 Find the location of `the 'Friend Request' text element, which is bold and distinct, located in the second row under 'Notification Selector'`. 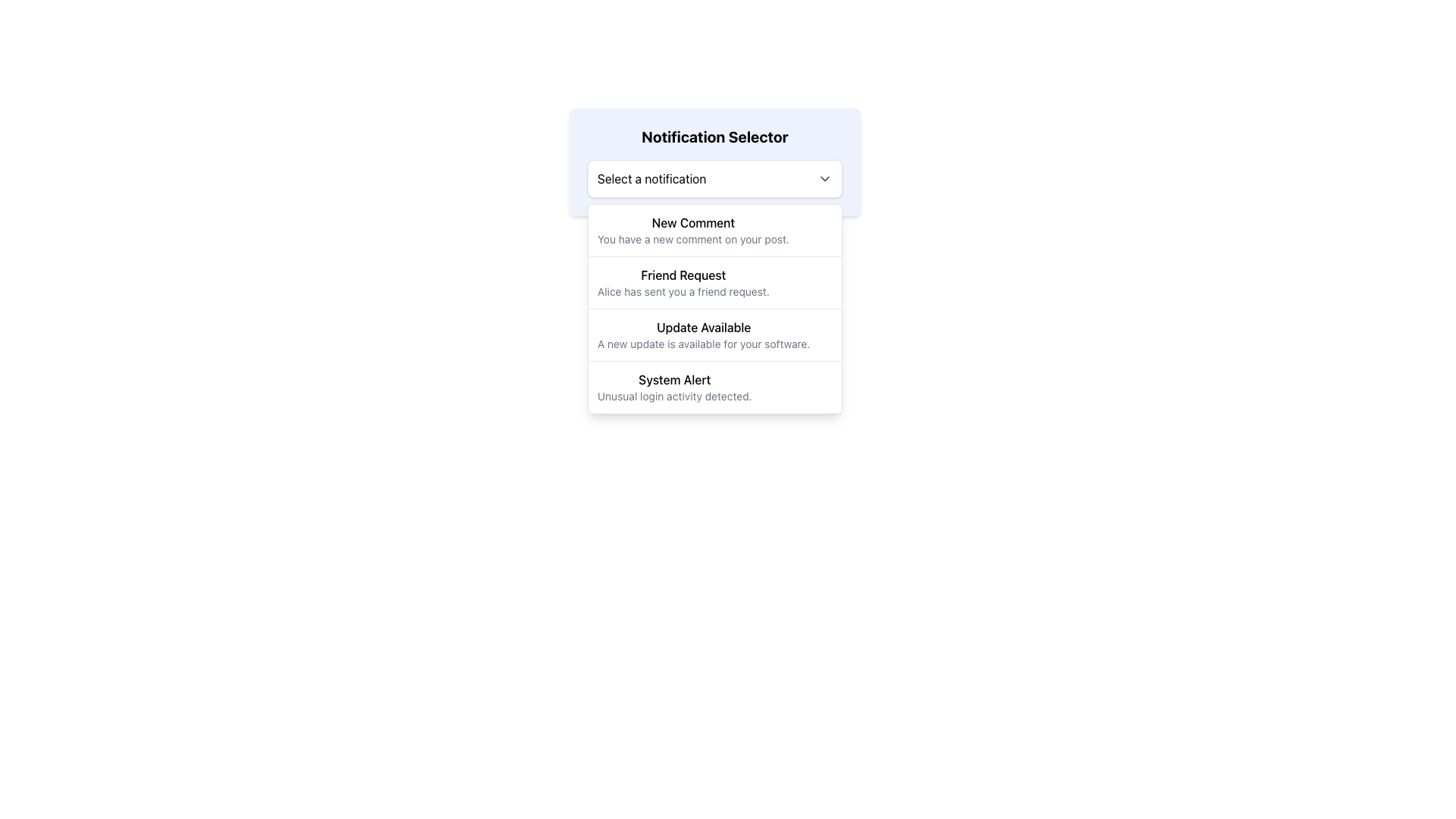

the 'Friend Request' text element, which is bold and distinct, located in the second row under 'Notification Selector' is located at coordinates (682, 275).